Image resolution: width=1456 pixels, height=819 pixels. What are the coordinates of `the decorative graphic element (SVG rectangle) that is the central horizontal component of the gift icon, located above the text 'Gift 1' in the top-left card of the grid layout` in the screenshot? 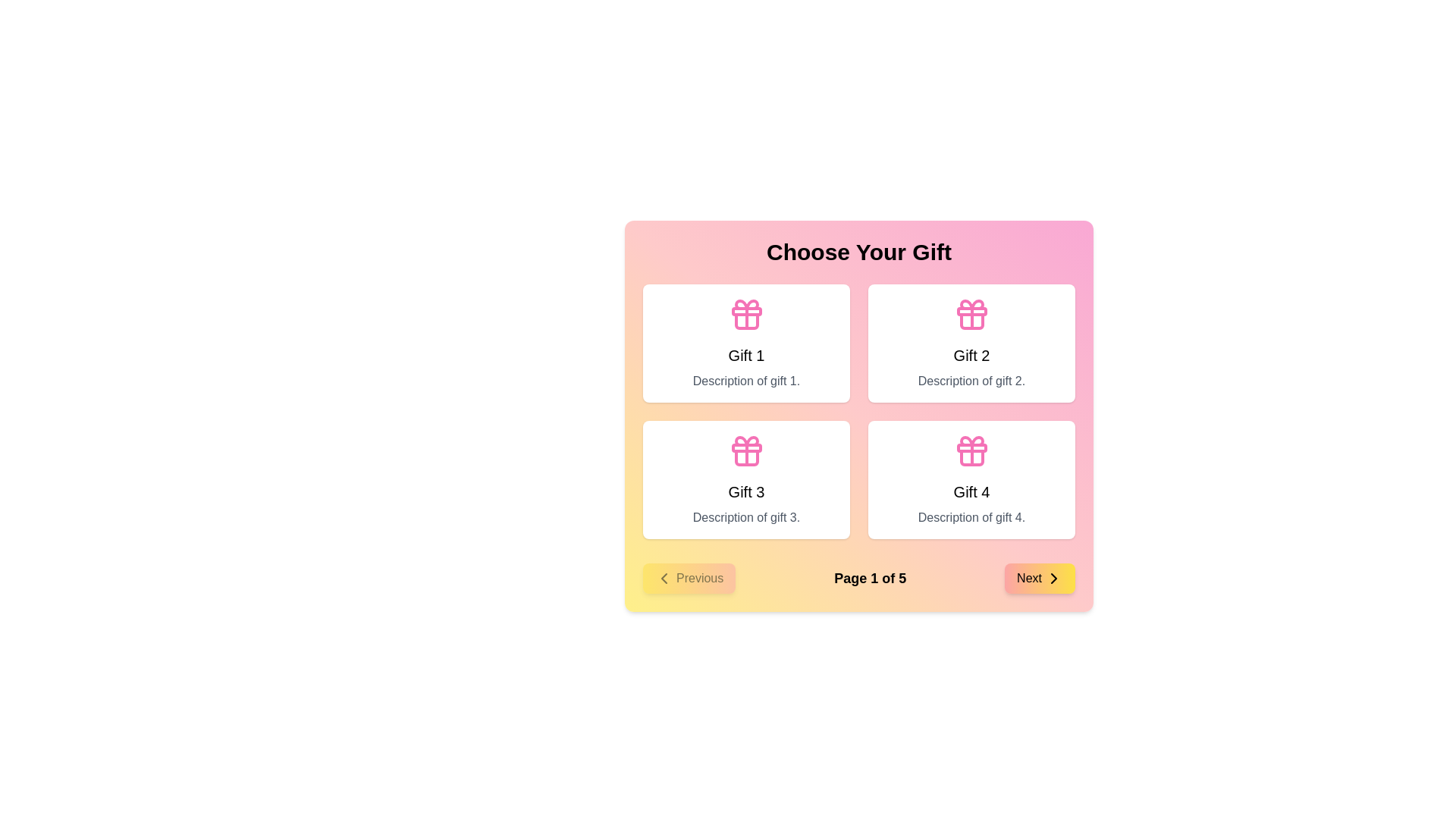 It's located at (746, 447).